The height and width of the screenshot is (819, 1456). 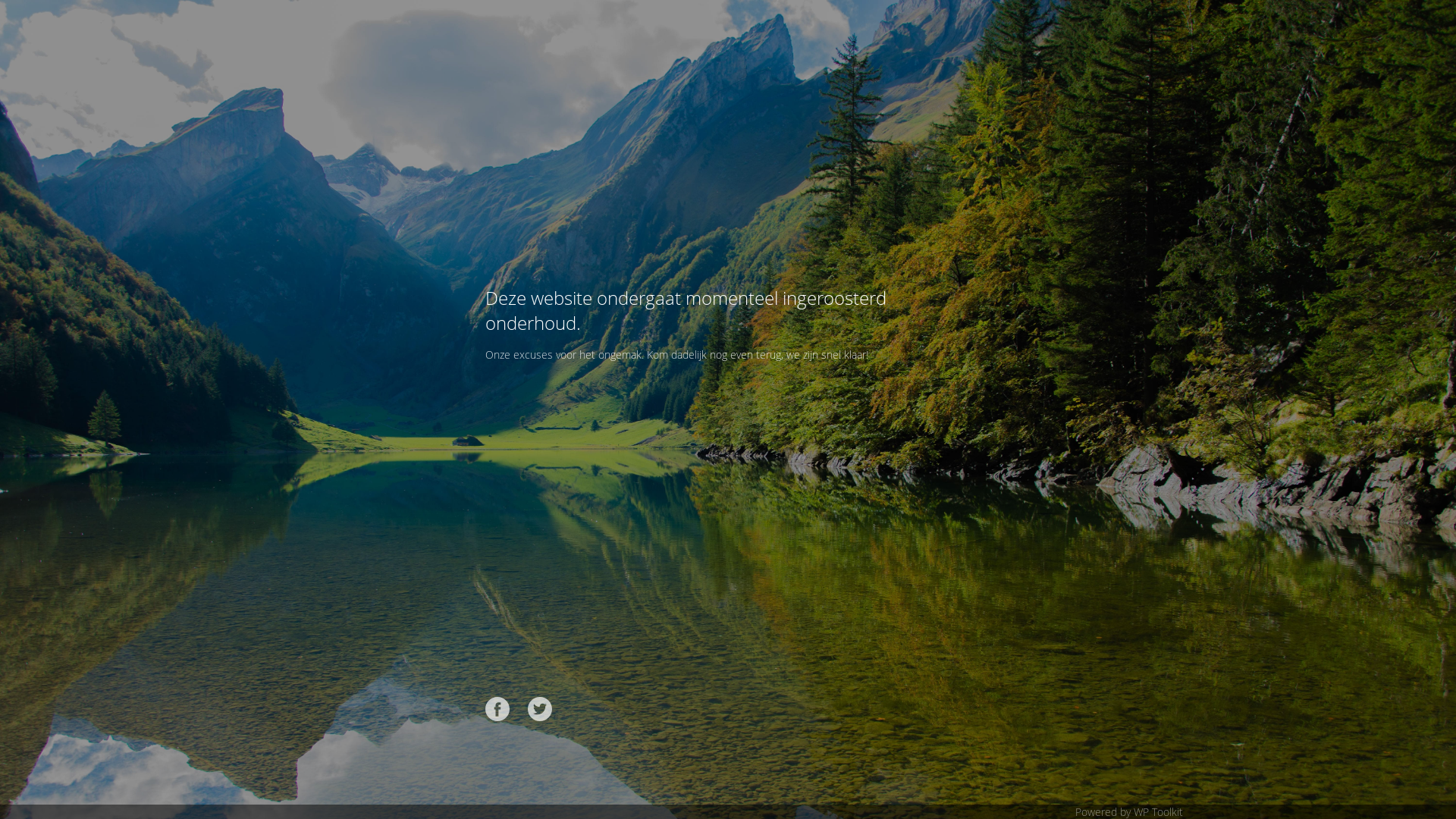 I want to click on 'Twitter', so click(x=539, y=708).